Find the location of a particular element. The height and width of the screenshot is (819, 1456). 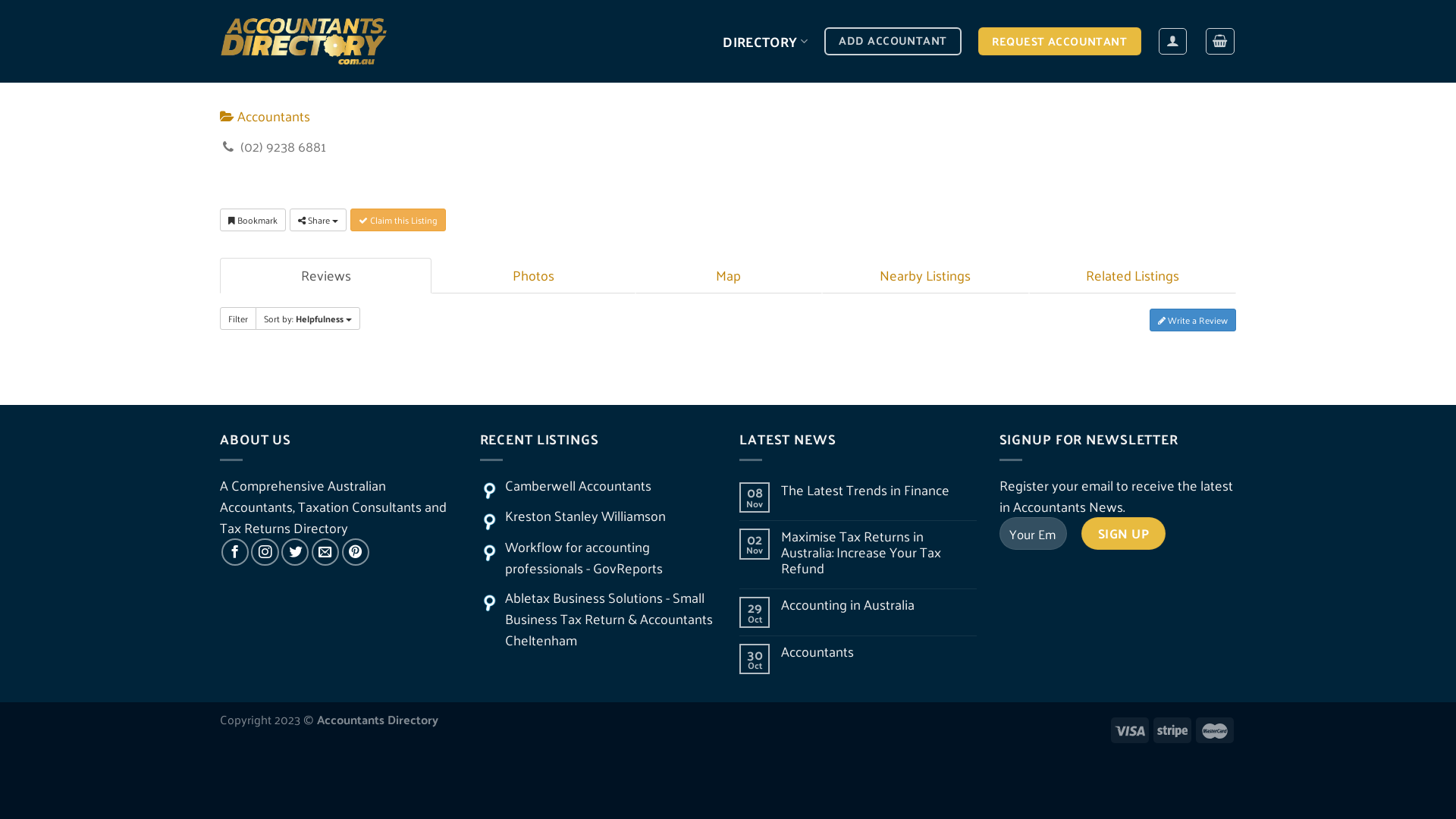

'Share' is located at coordinates (317, 219).